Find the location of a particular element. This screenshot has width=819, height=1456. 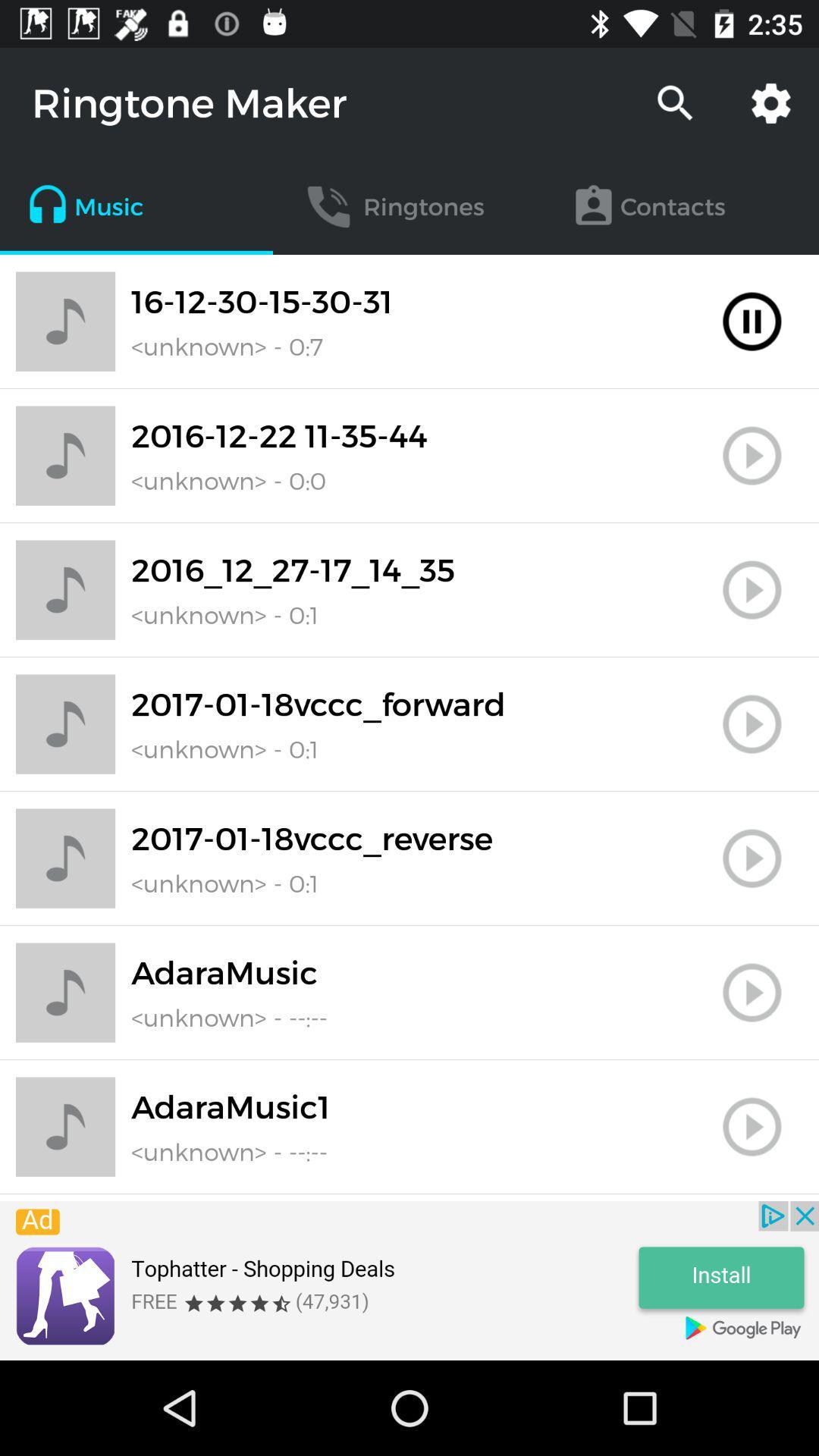

play option is located at coordinates (752, 723).